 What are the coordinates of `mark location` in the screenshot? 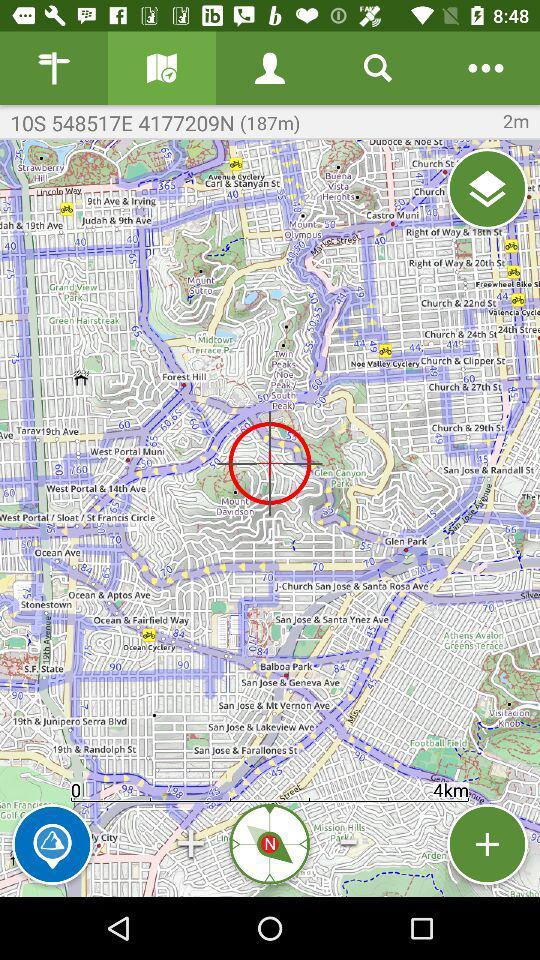 It's located at (52, 843).